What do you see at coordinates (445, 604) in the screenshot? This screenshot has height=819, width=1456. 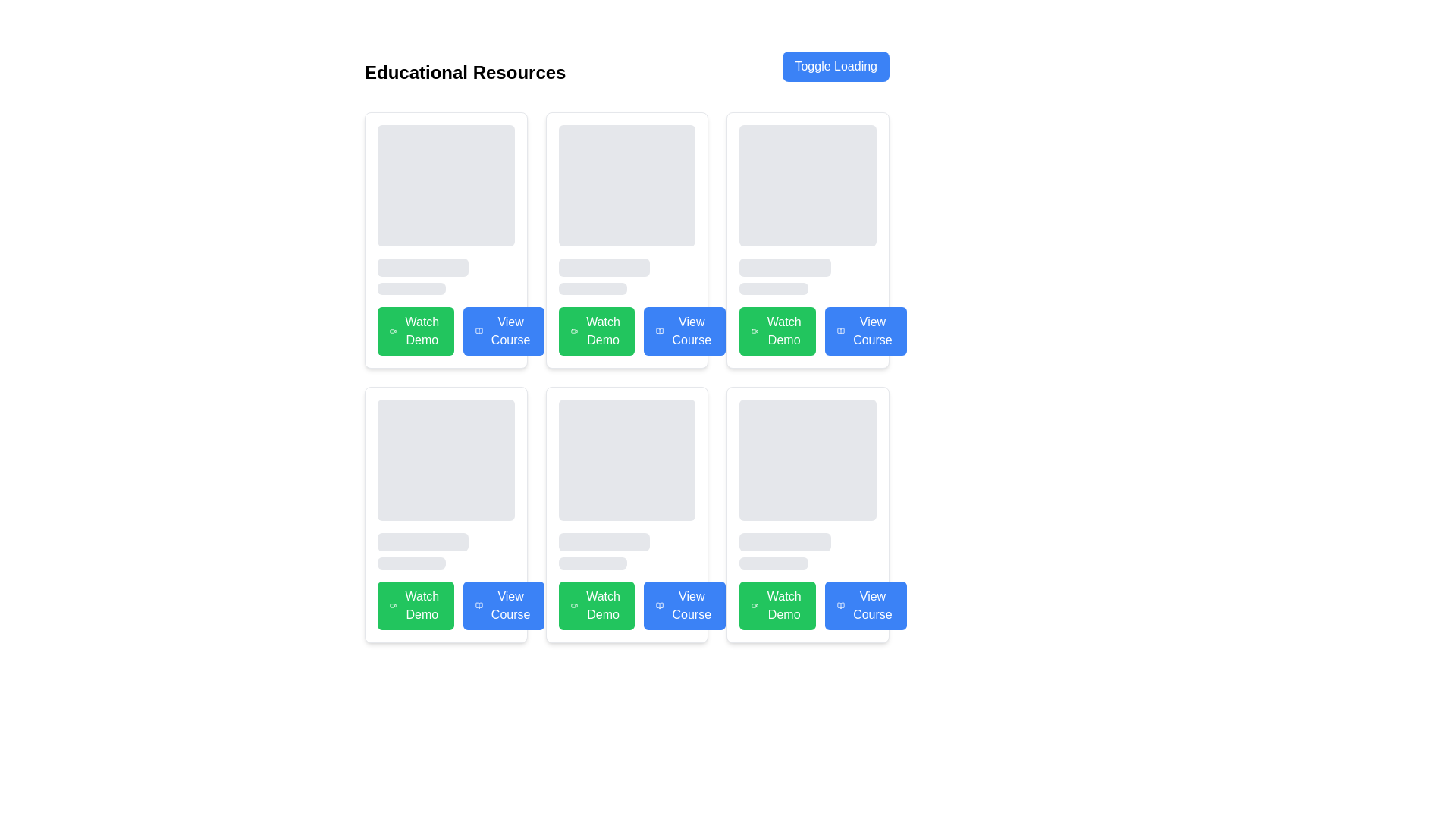 I see `the green button labeled 'Watch Demo' to enable keyboard interaction for further actions` at bounding box center [445, 604].